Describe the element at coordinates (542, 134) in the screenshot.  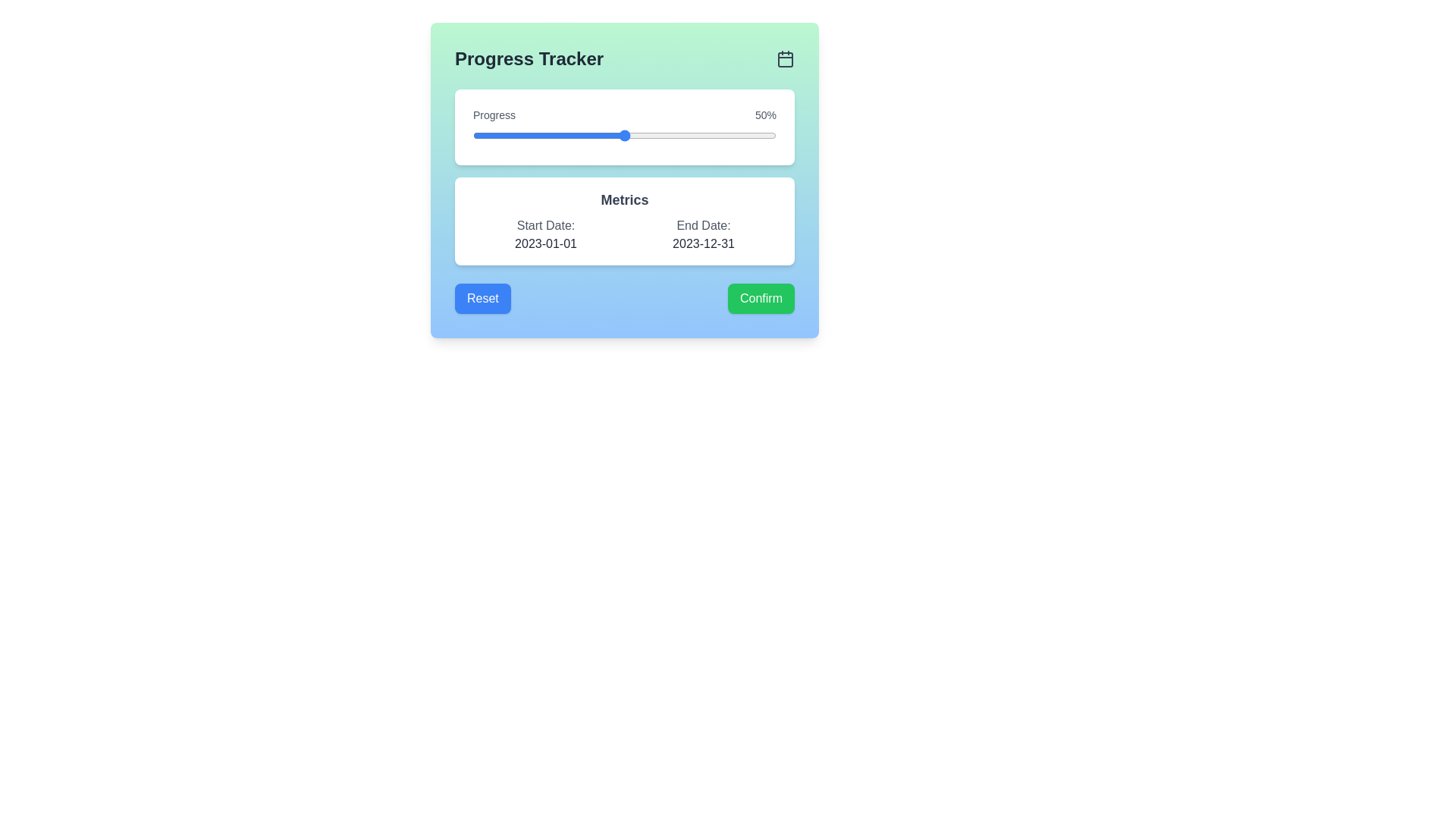
I see `the slider value` at that location.